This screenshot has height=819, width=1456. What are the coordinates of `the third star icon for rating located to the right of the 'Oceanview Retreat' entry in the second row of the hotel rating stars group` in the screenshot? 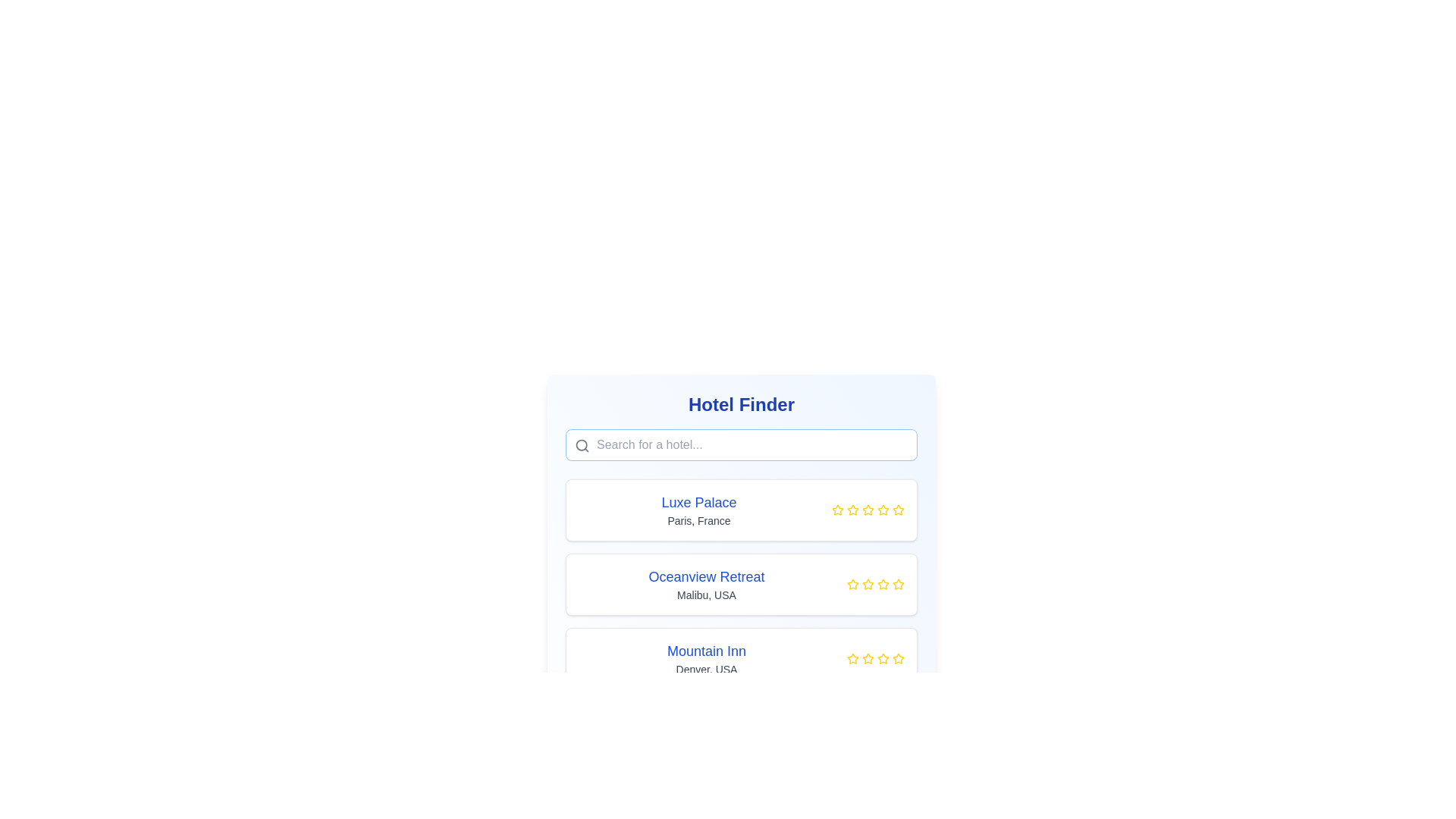 It's located at (899, 583).